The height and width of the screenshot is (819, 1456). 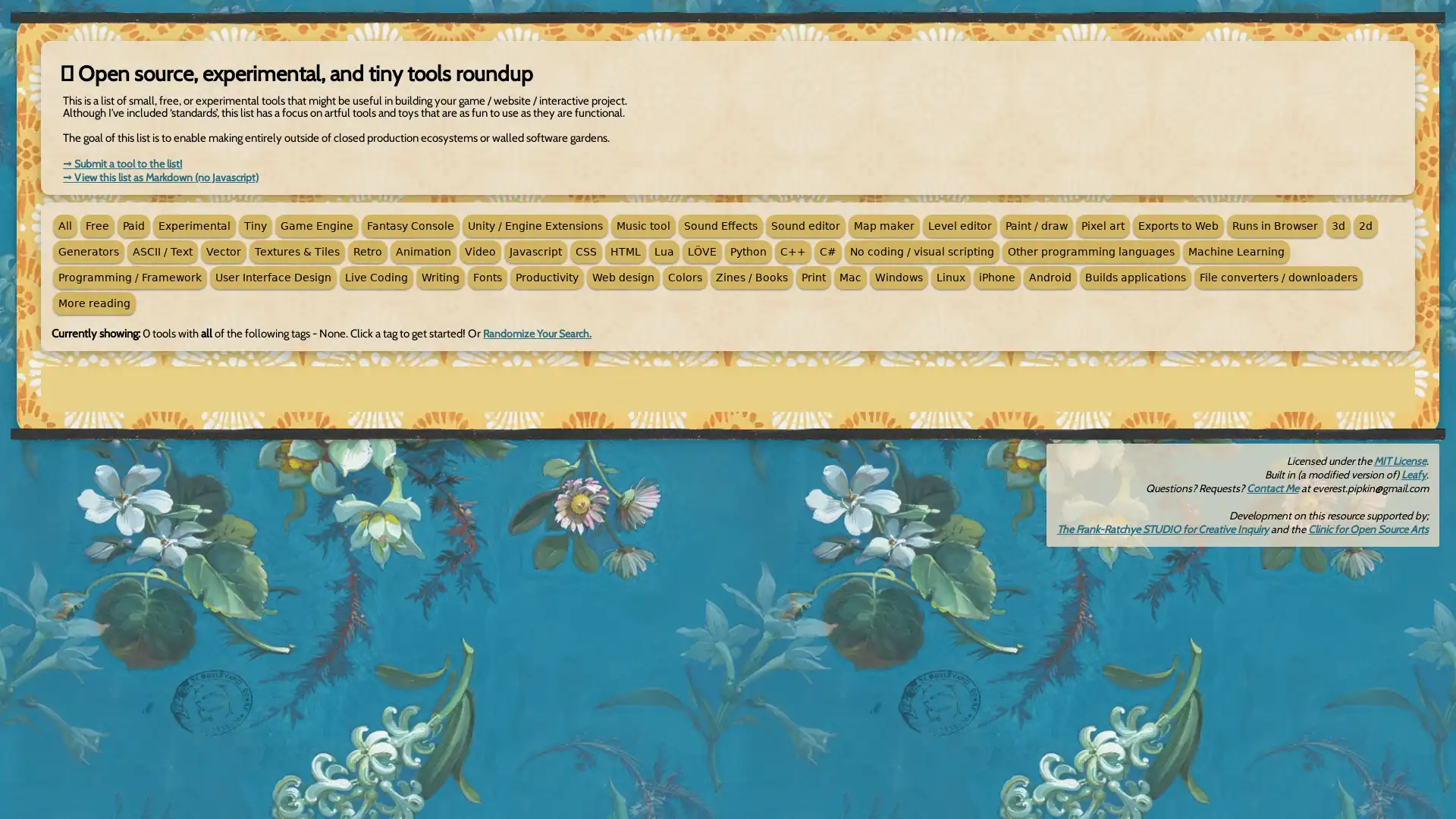 I want to click on C++, so click(x=792, y=250).